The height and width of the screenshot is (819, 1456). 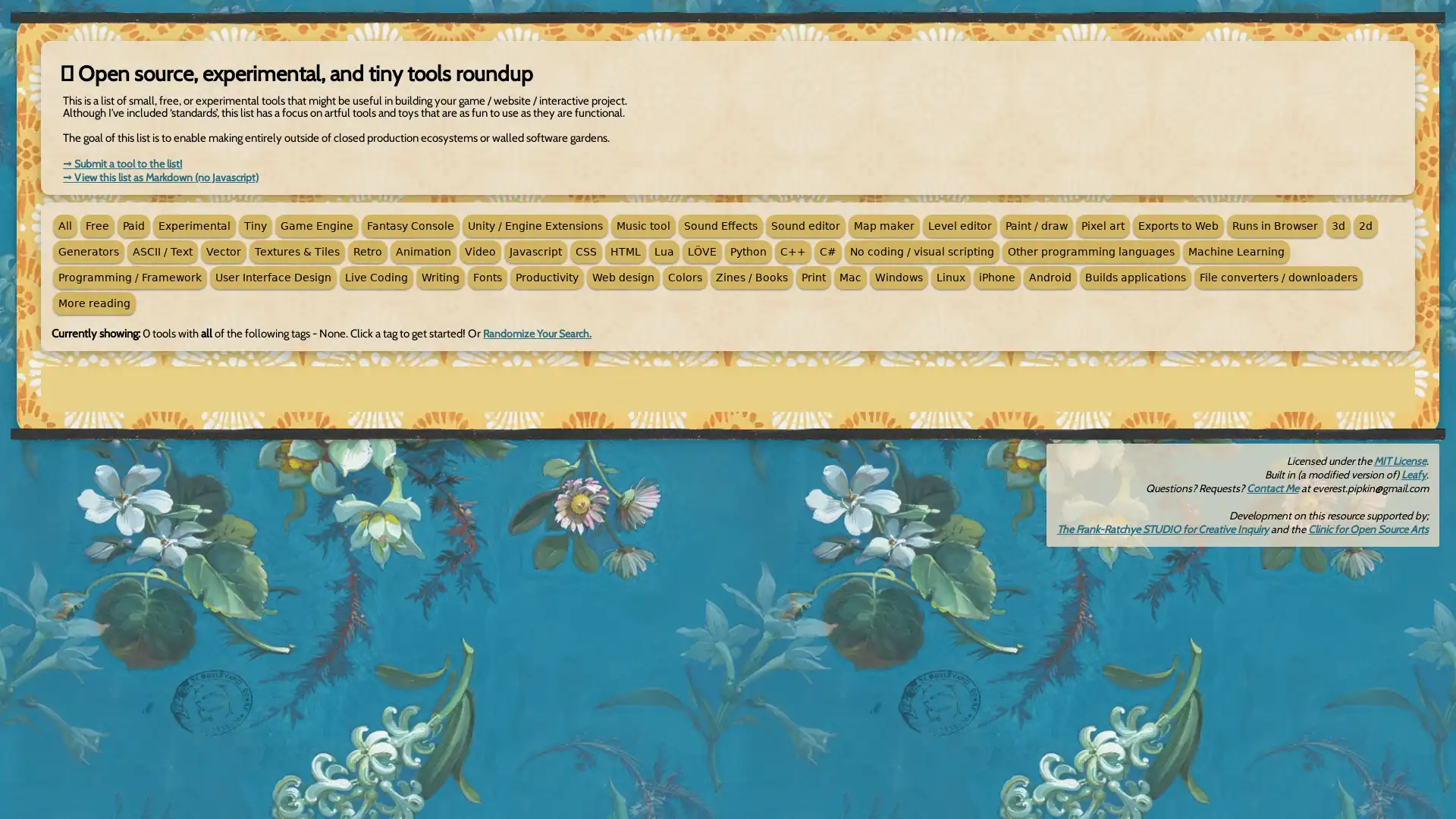 I want to click on C++, so click(x=792, y=250).